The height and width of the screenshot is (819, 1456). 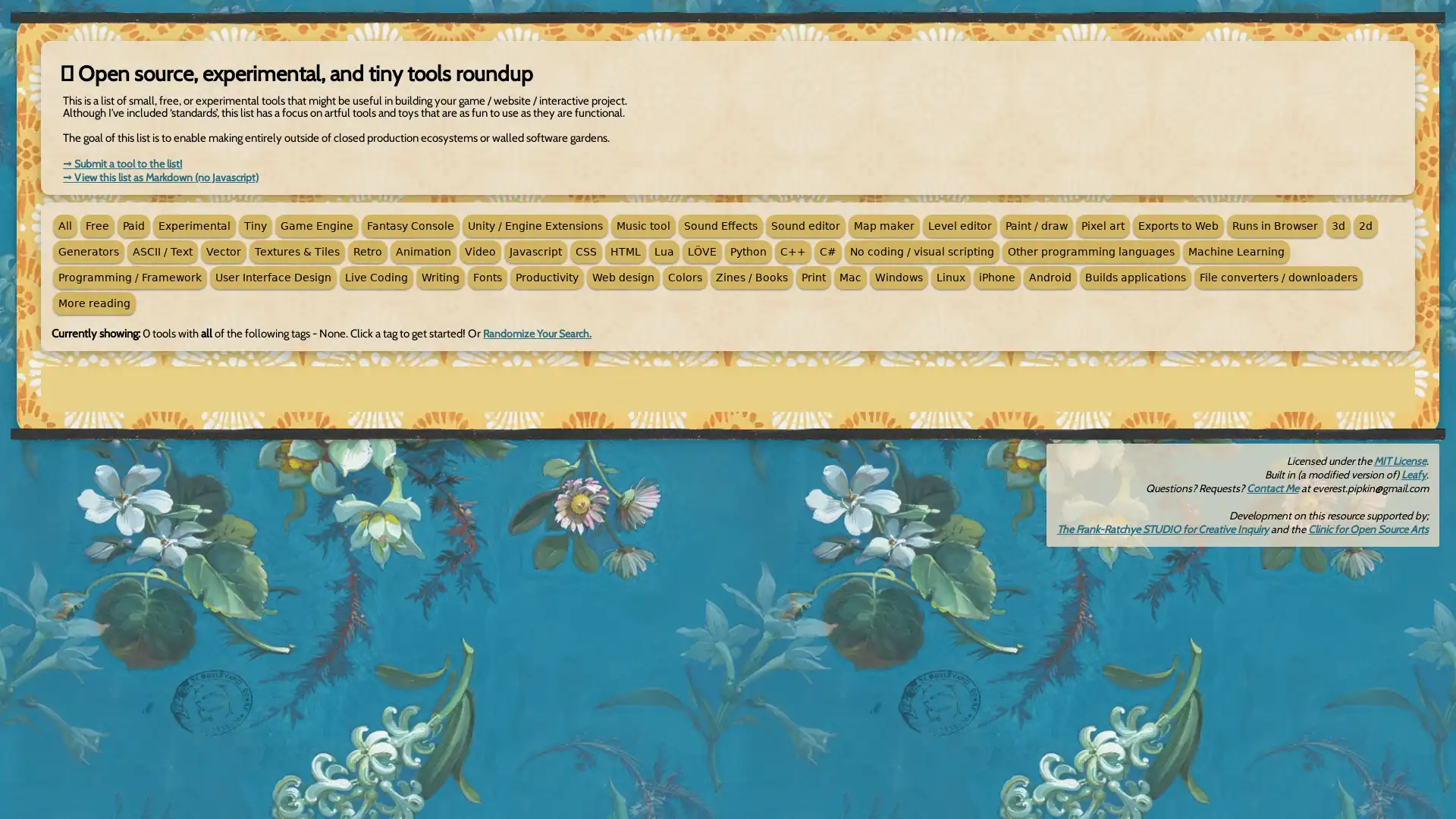 I want to click on C++, so click(x=792, y=250).